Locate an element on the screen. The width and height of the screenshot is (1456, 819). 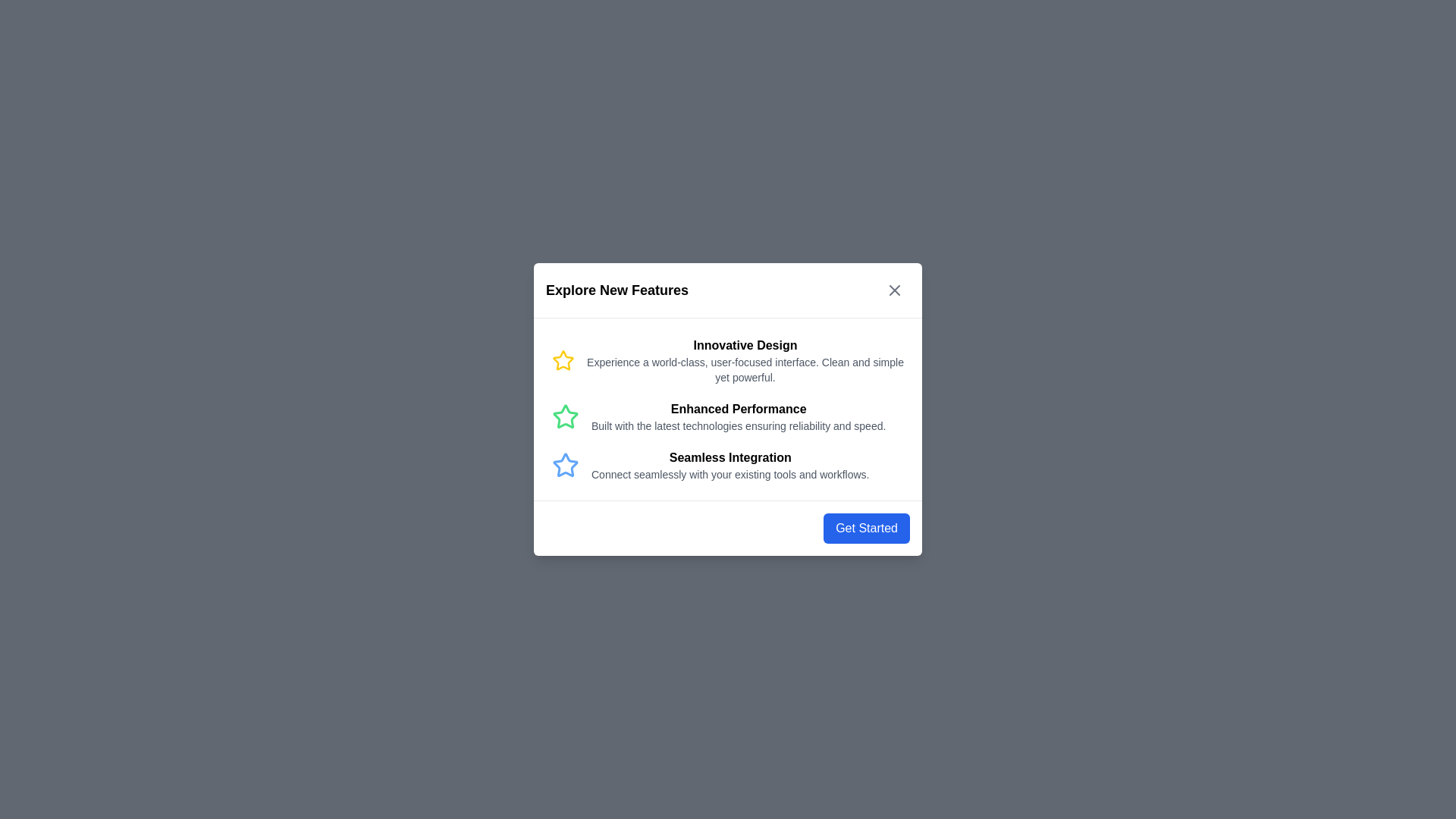
the leftmost icon in the 'Seamless Integration' section, which is located above the text 'Connect seamlessly with your existing tools and workflows.' is located at coordinates (564, 464).